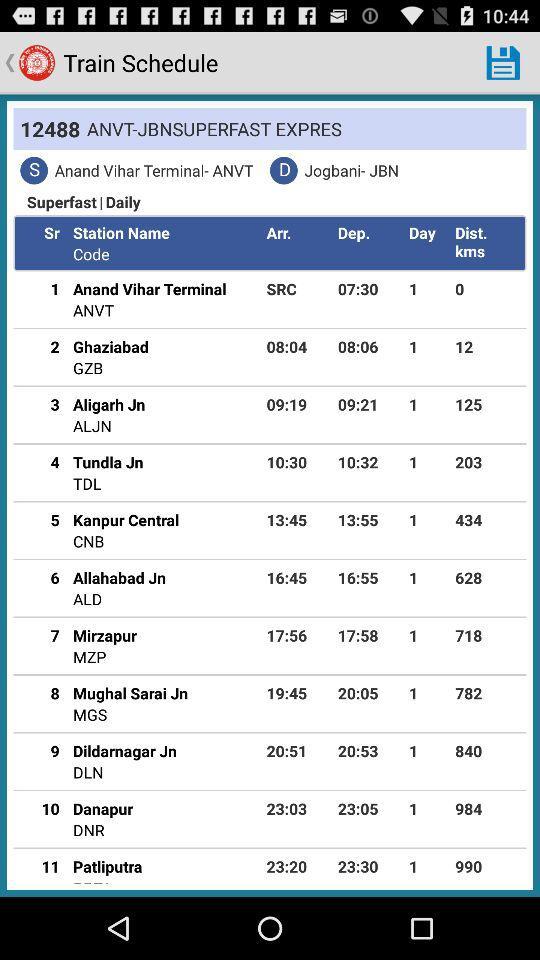  Describe the element at coordinates (86, 482) in the screenshot. I see `the item next to the 10:30` at that location.